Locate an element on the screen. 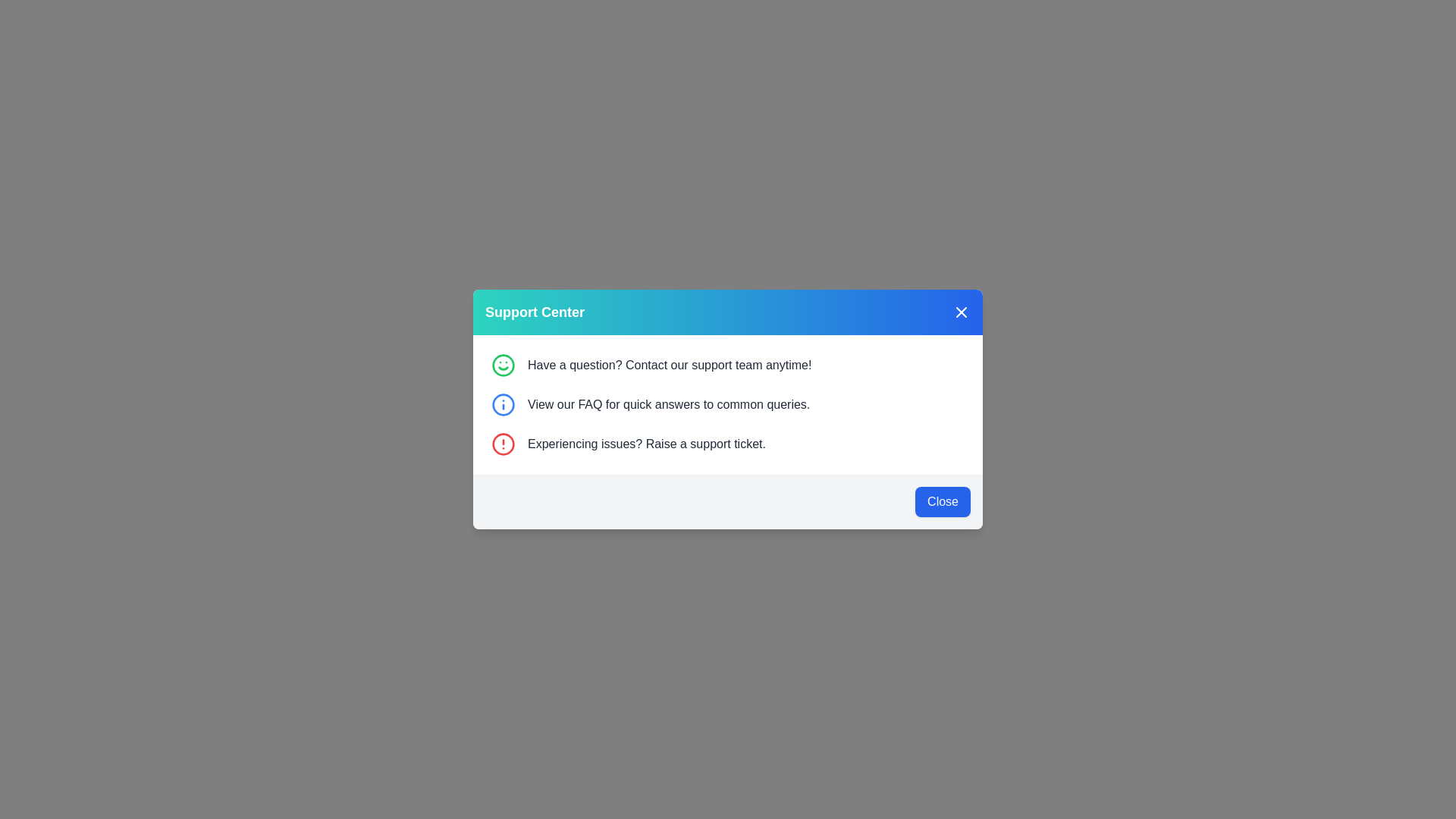 Image resolution: width=1456 pixels, height=819 pixels. the bold text label reading 'Support Center', which is styled with a white font and located in the upper-left section of the title bar of a modal is located at coordinates (535, 312).